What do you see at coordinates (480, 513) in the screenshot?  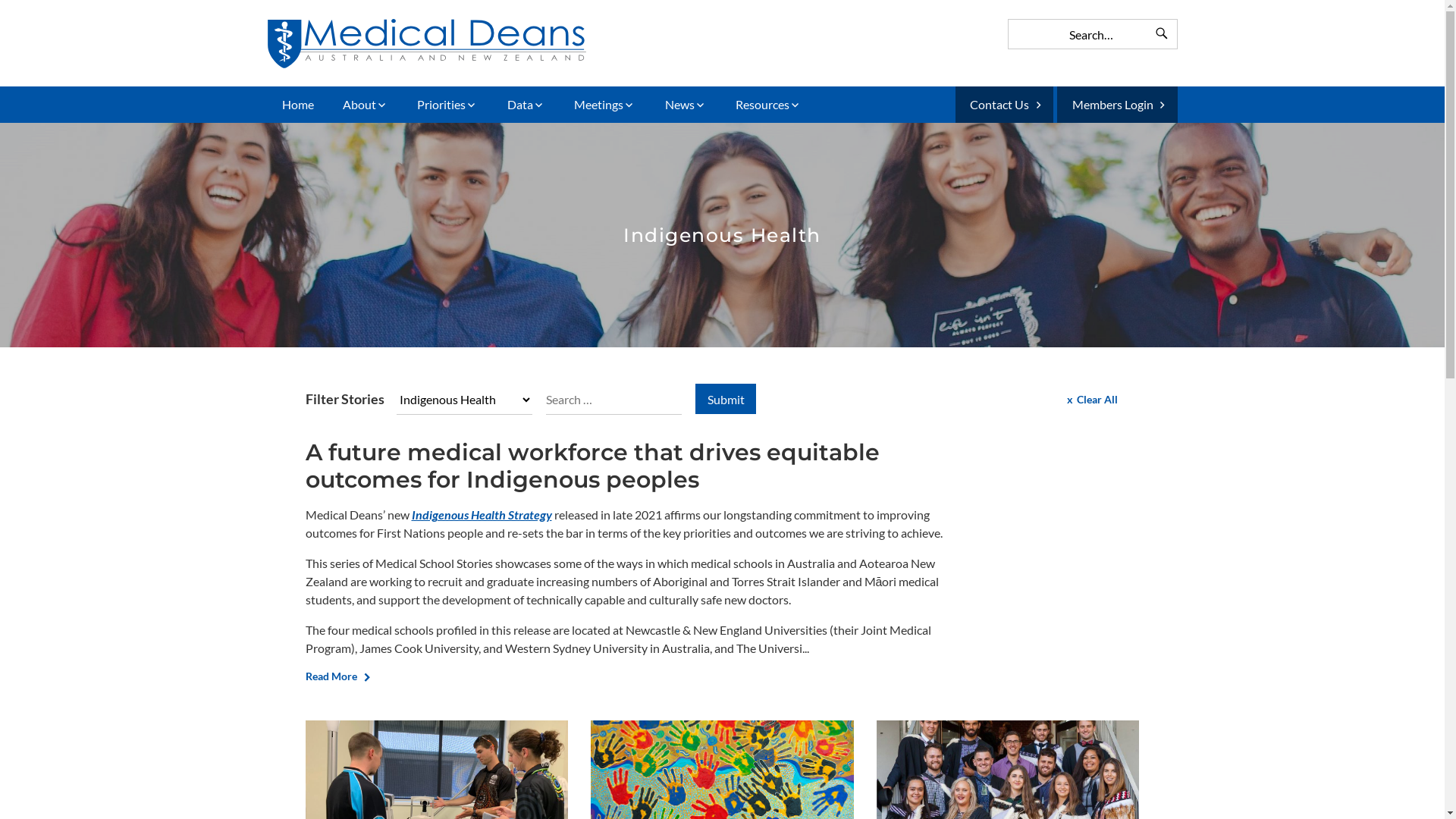 I see `'Indigenous Health Strategy'` at bounding box center [480, 513].